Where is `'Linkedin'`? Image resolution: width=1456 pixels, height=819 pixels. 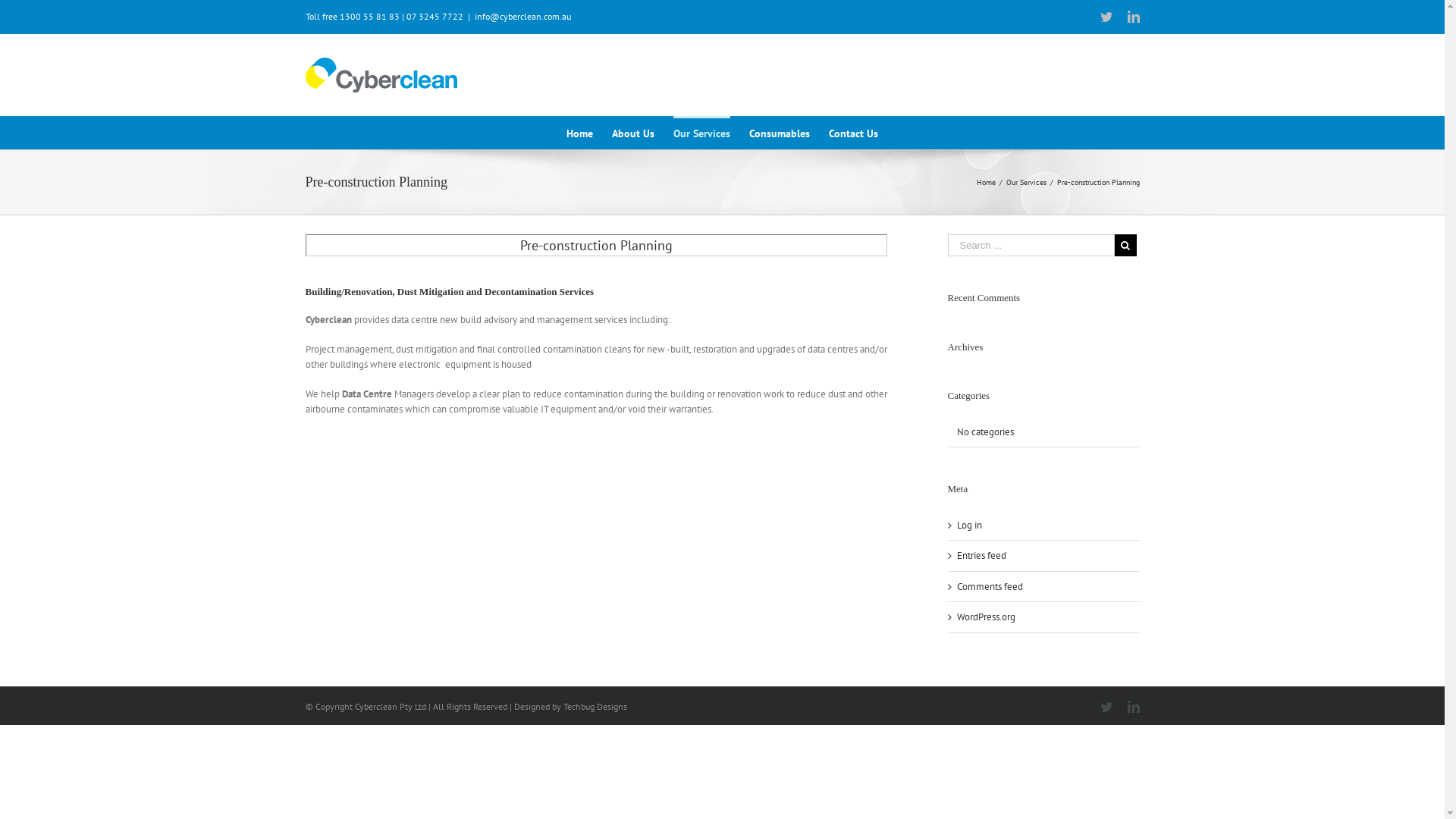
'Linkedin' is located at coordinates (1132, 707).